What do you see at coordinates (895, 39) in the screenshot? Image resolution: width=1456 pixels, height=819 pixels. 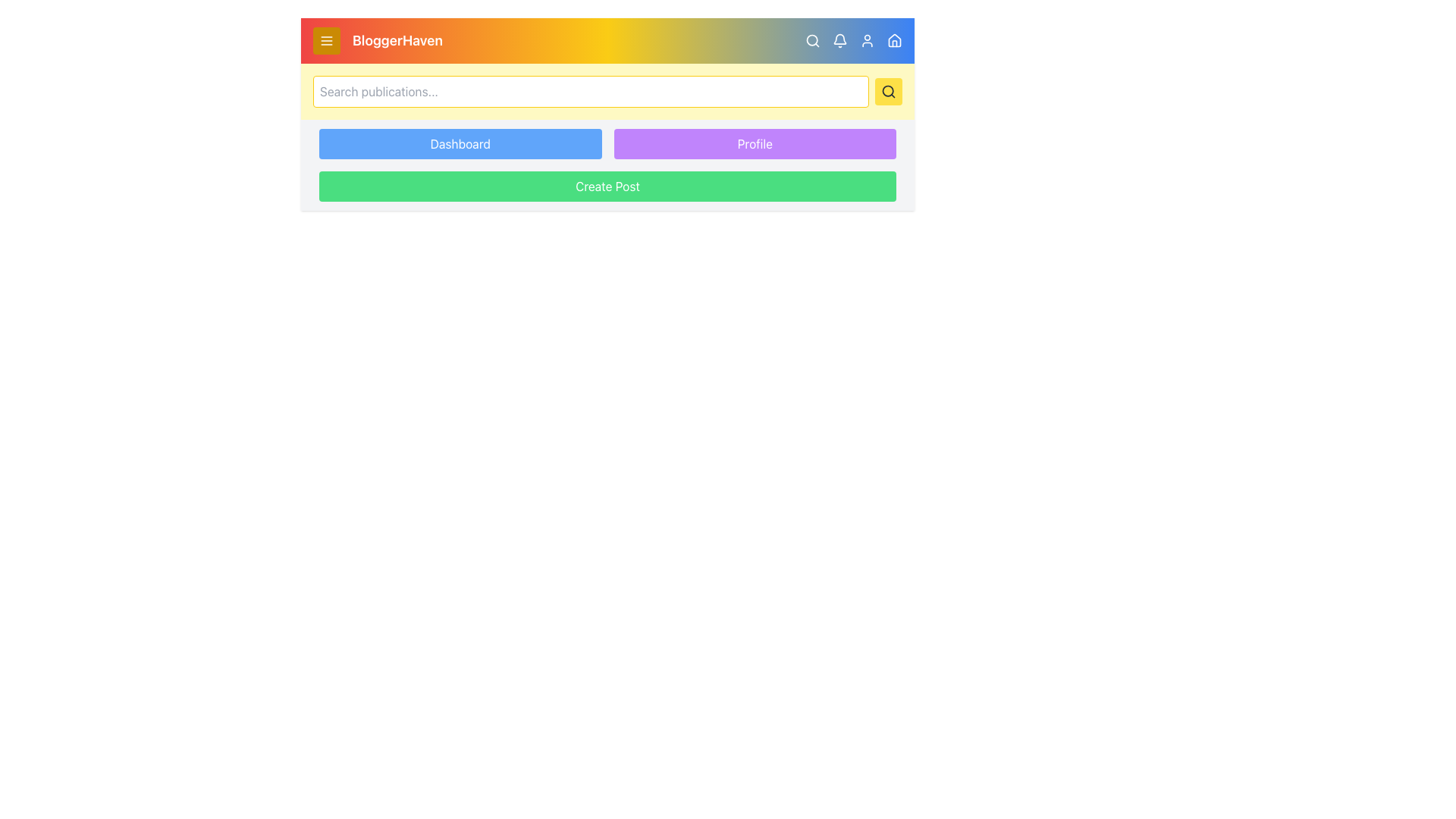 I see `the home icon located in the top right corner of the navigation bar, which provides navigation to the main or dashboard page of the application` at bounding box center [895, 39].